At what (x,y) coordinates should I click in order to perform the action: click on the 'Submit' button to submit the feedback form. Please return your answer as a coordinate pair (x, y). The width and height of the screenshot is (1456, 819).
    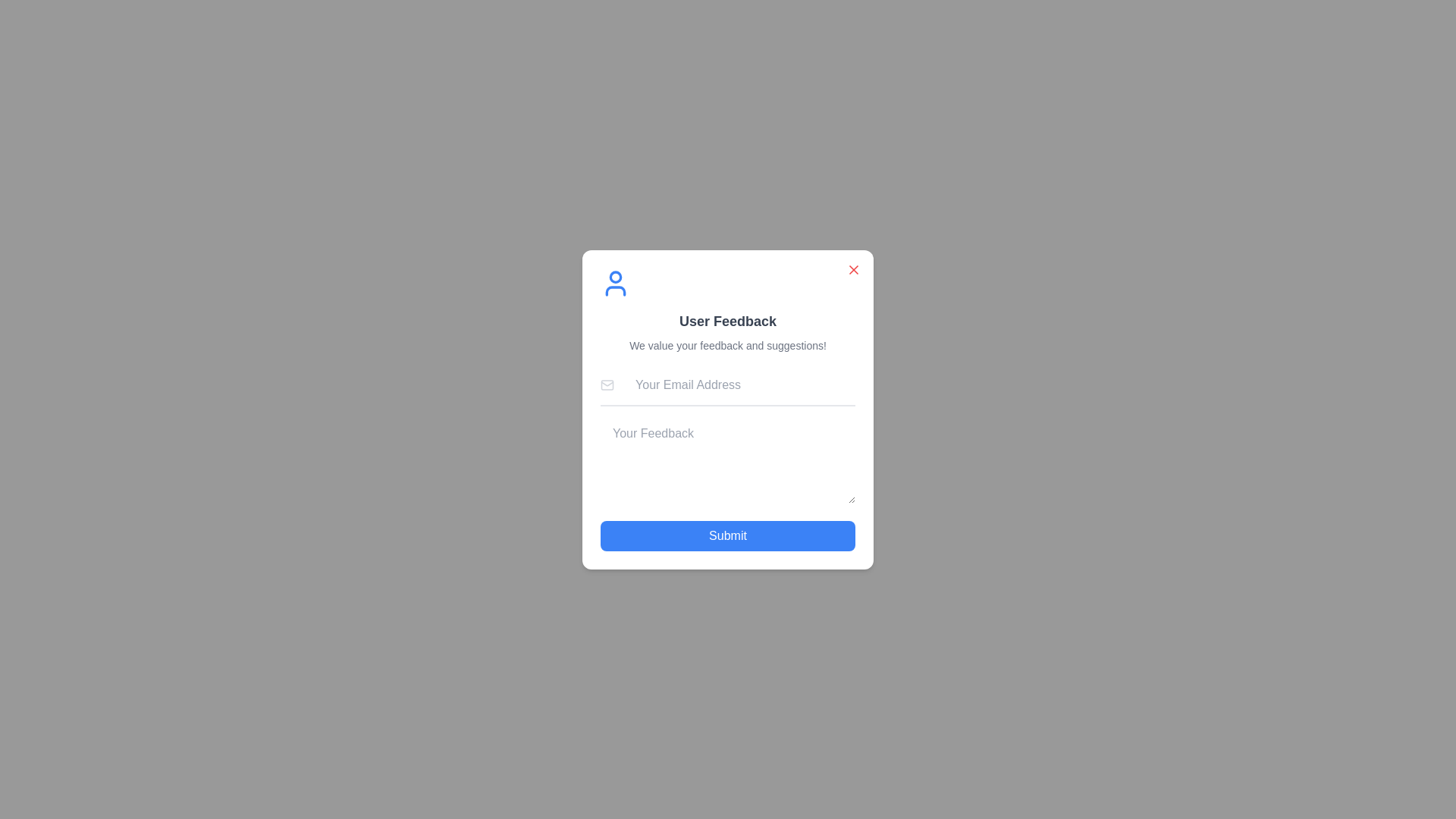
    Looking at the image, I should click on (728, 535).